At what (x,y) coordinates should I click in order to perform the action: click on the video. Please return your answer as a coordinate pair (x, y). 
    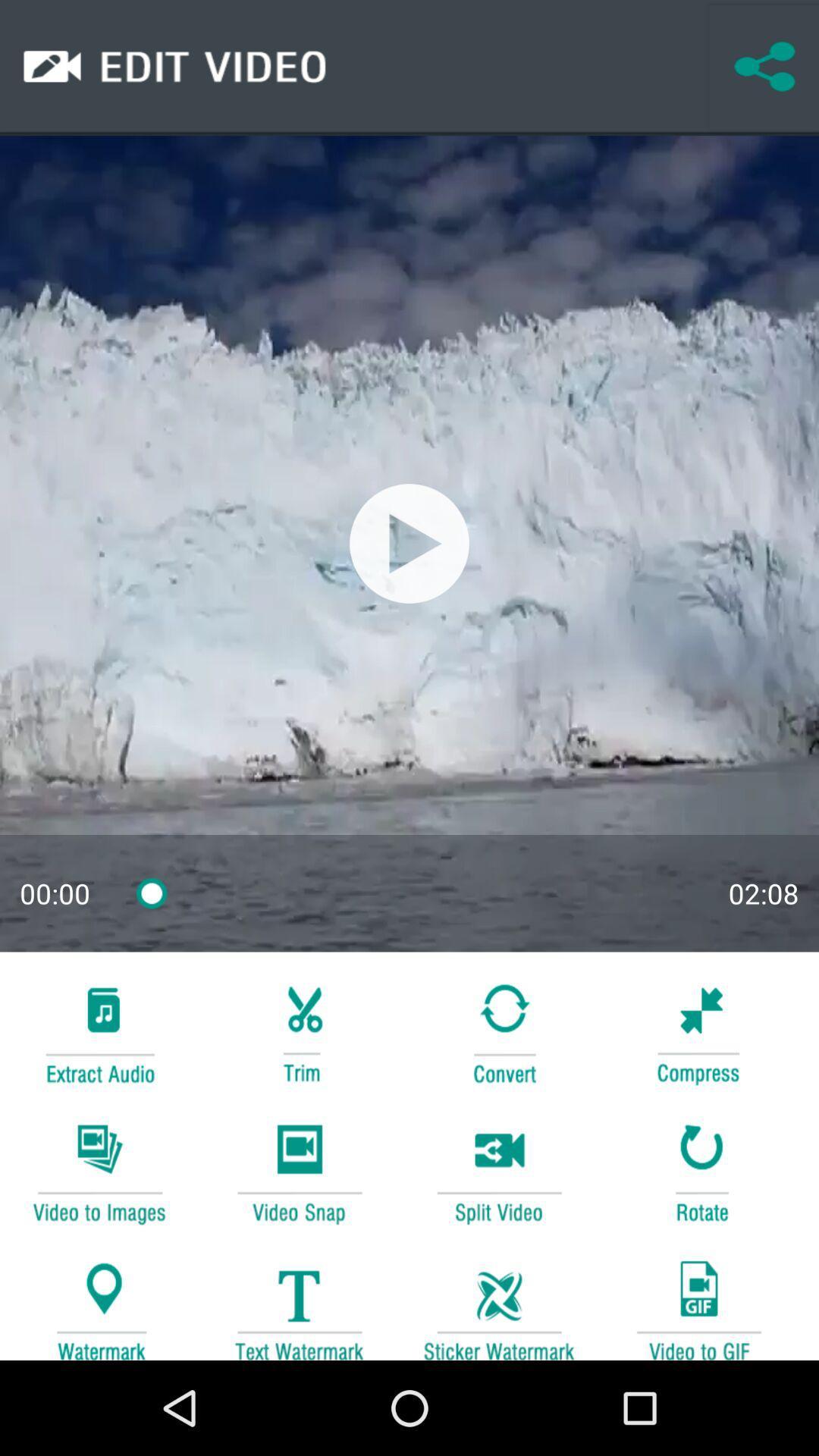
    Looking at the image, I should click on (409, 543).